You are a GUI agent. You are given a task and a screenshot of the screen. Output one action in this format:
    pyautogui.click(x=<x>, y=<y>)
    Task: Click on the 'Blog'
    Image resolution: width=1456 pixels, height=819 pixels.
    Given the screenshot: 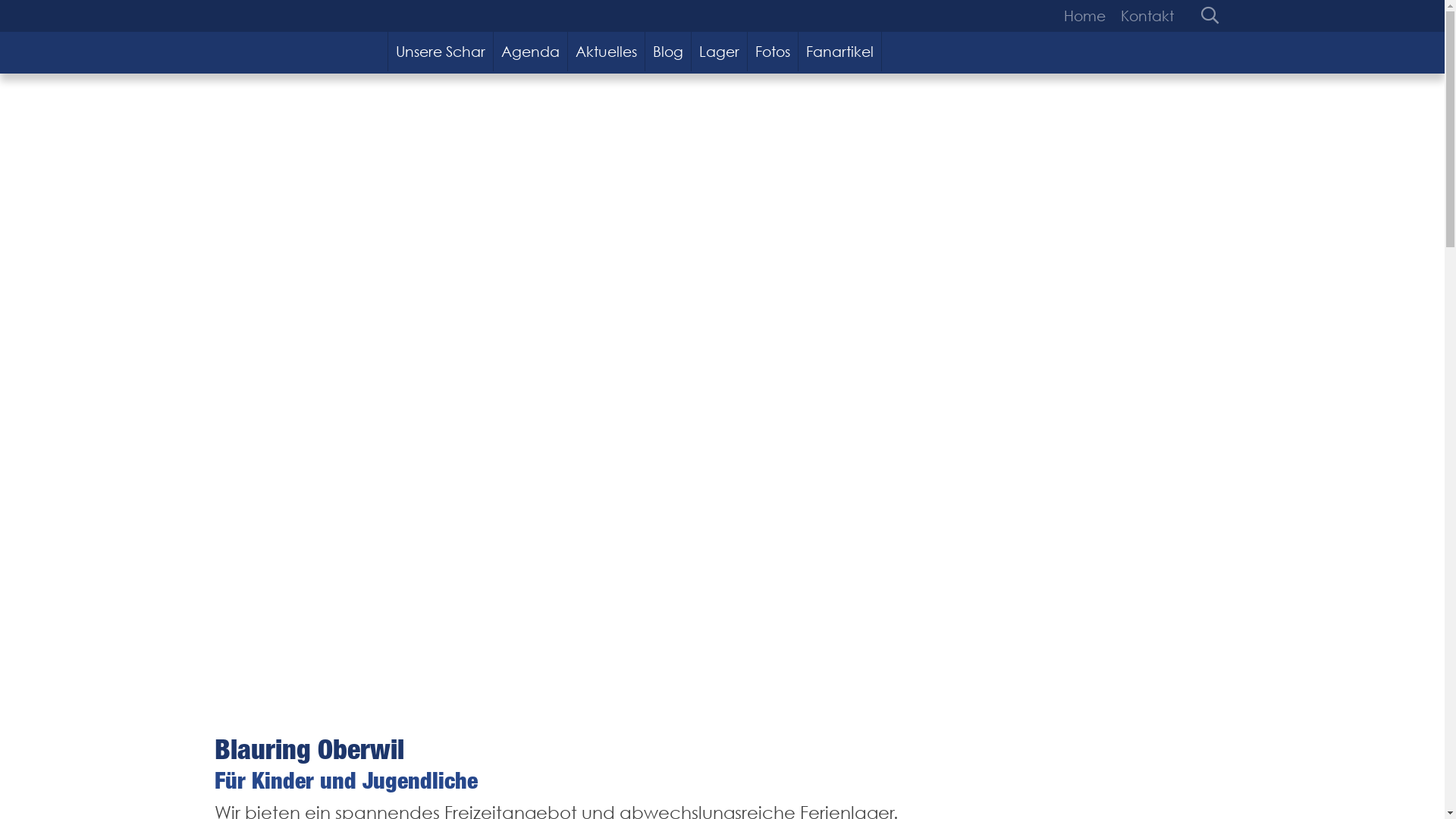 What is the action you would take?
    pyautogui.click(x=645, y=51)
    